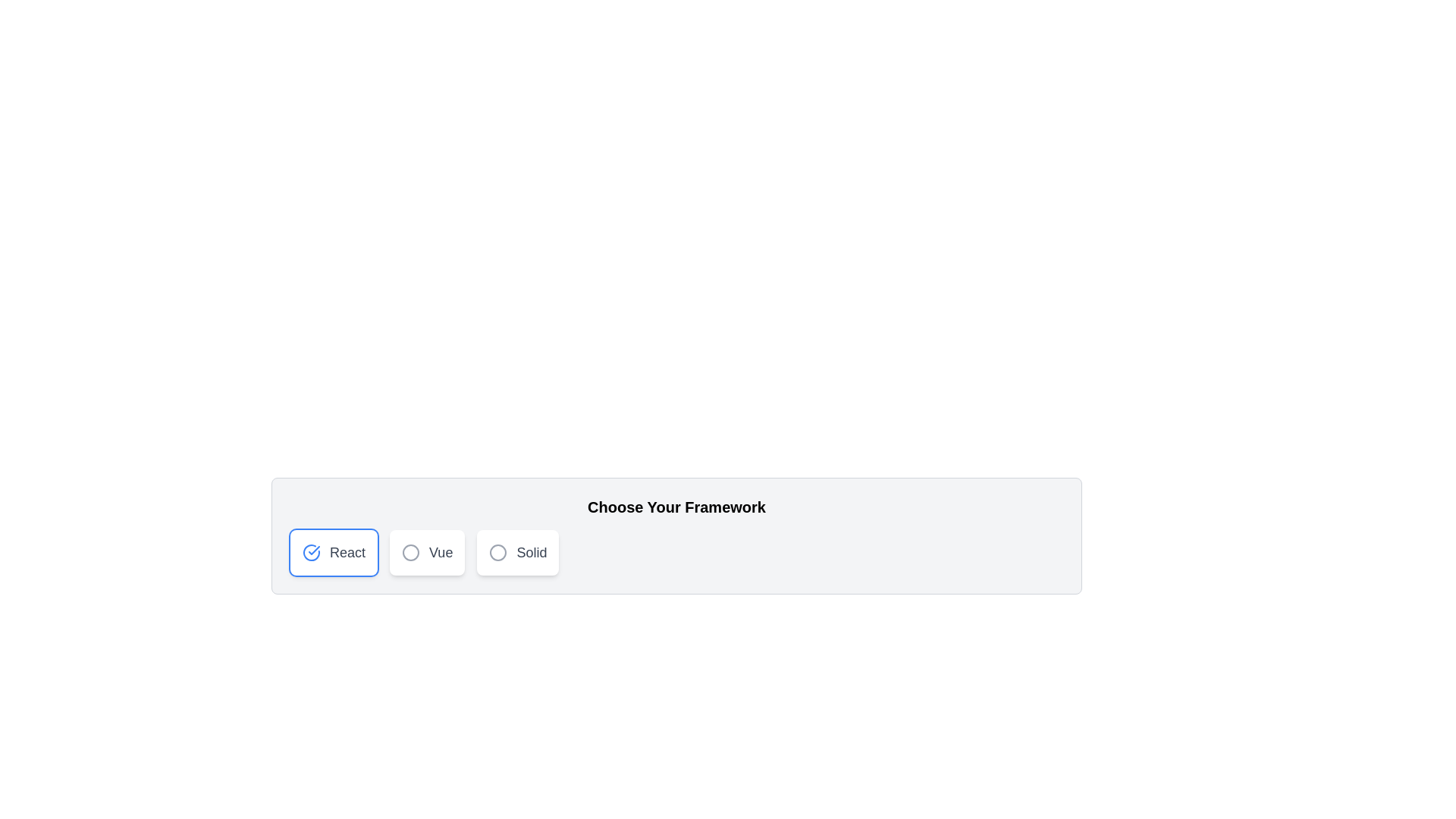 This screenshot has height=819, width=1456. What do you see at coordinates (347, 553) in the screenshot?
I see `text label representing the 'React' option, located to the right of a blue circular icon within the first white card of the selection interface` at bounding box center [347, 553].